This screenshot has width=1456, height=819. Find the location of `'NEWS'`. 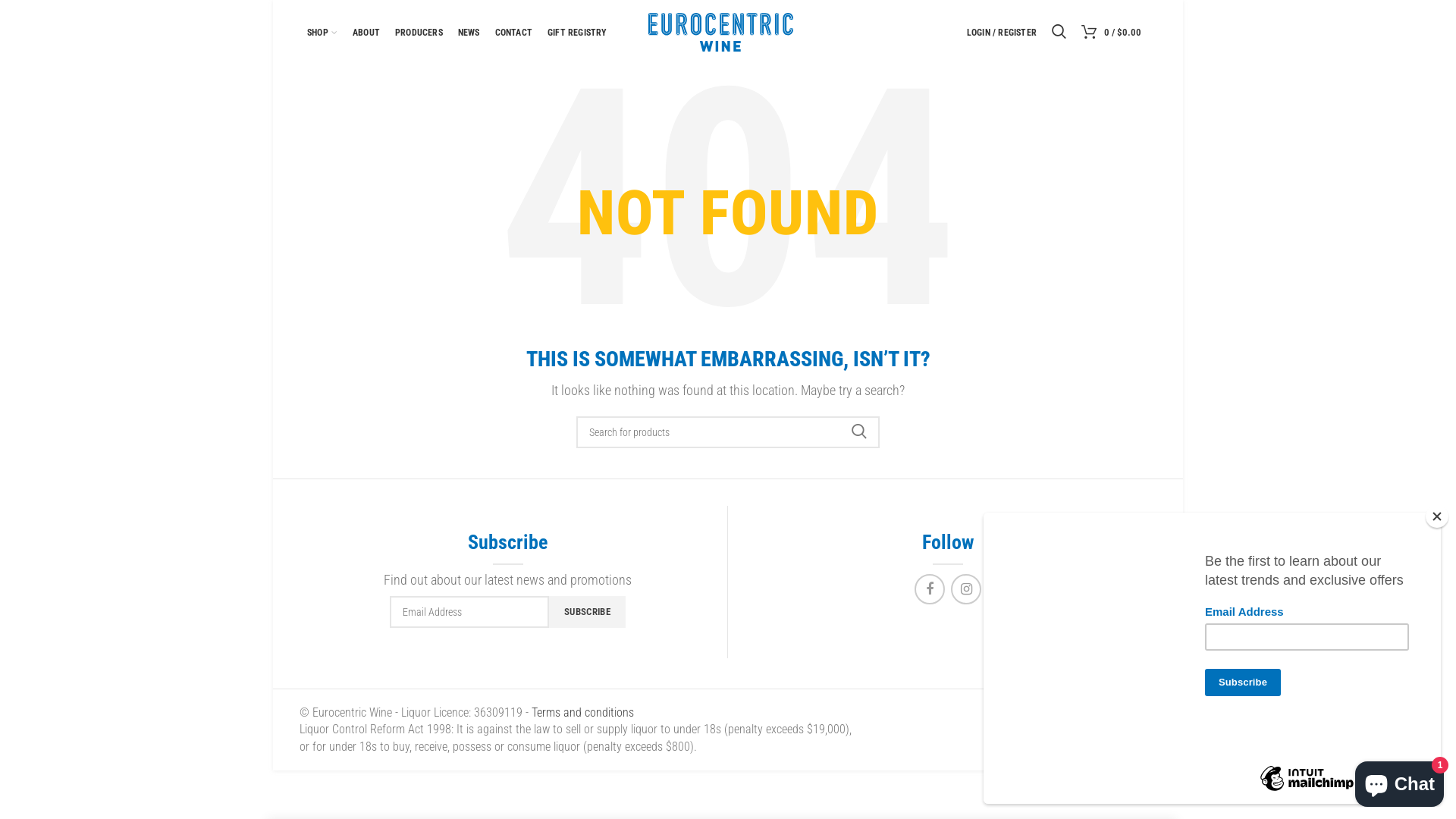

'NEWS' is located at coordinates (450, 32).